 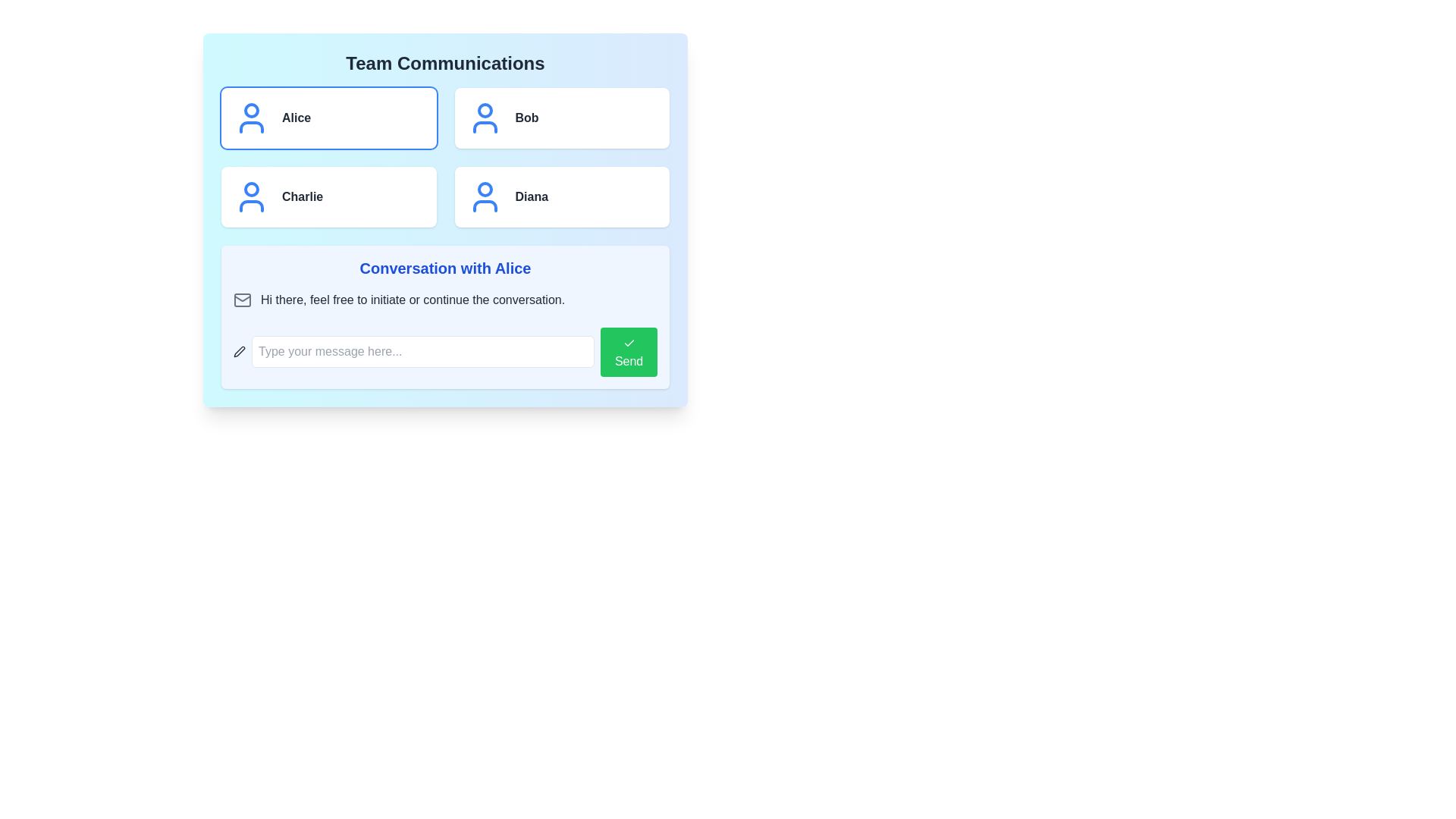 What do you see at coordinates (251, 110) in the screenshot?
I see `the small circular Decorative indicator located at the top-center of the blue user icon associated with the 'Alice' button` at bounding box center [251, 110].